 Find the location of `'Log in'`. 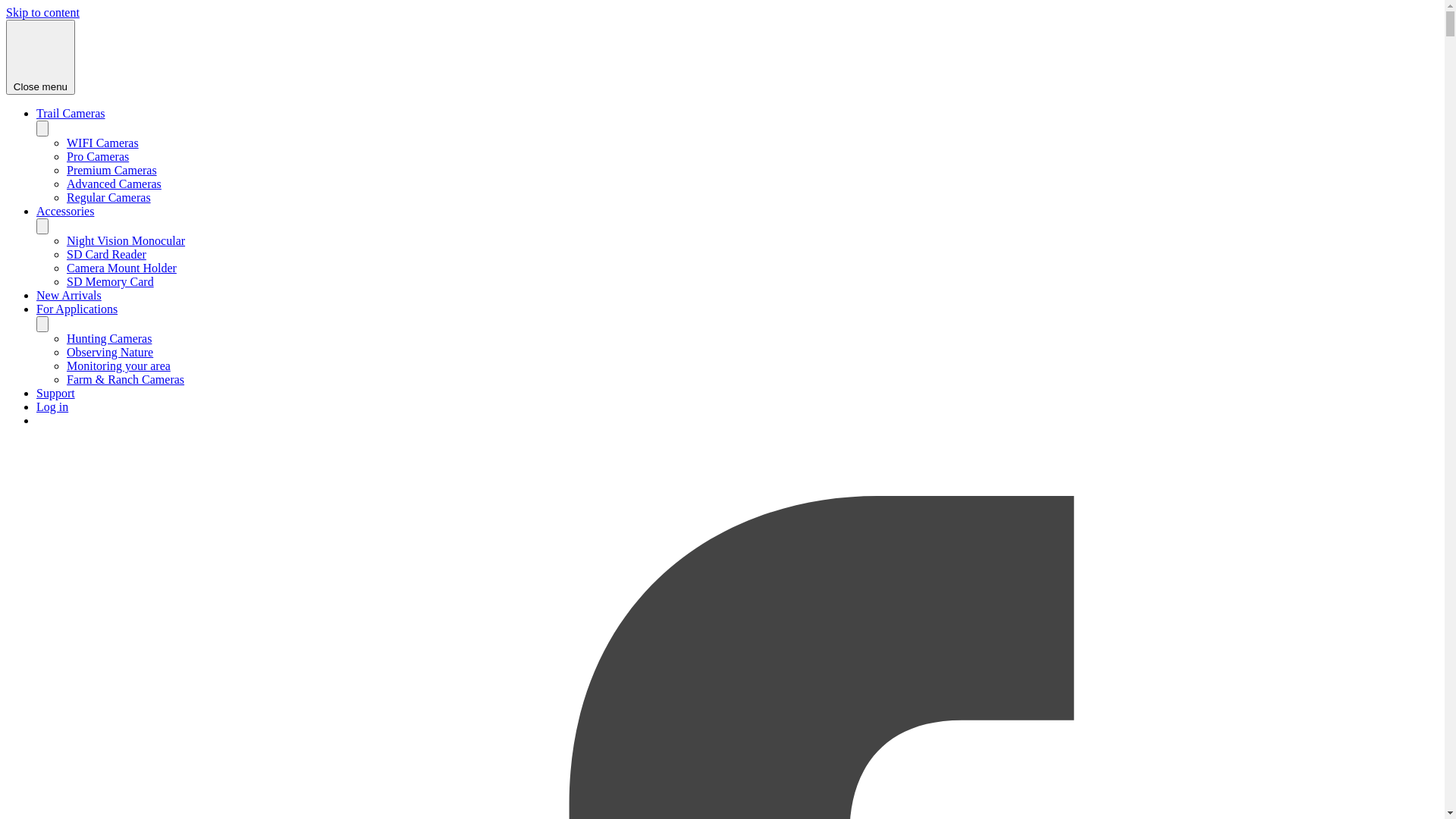

'Log in' is located at coordinates (52, 406).